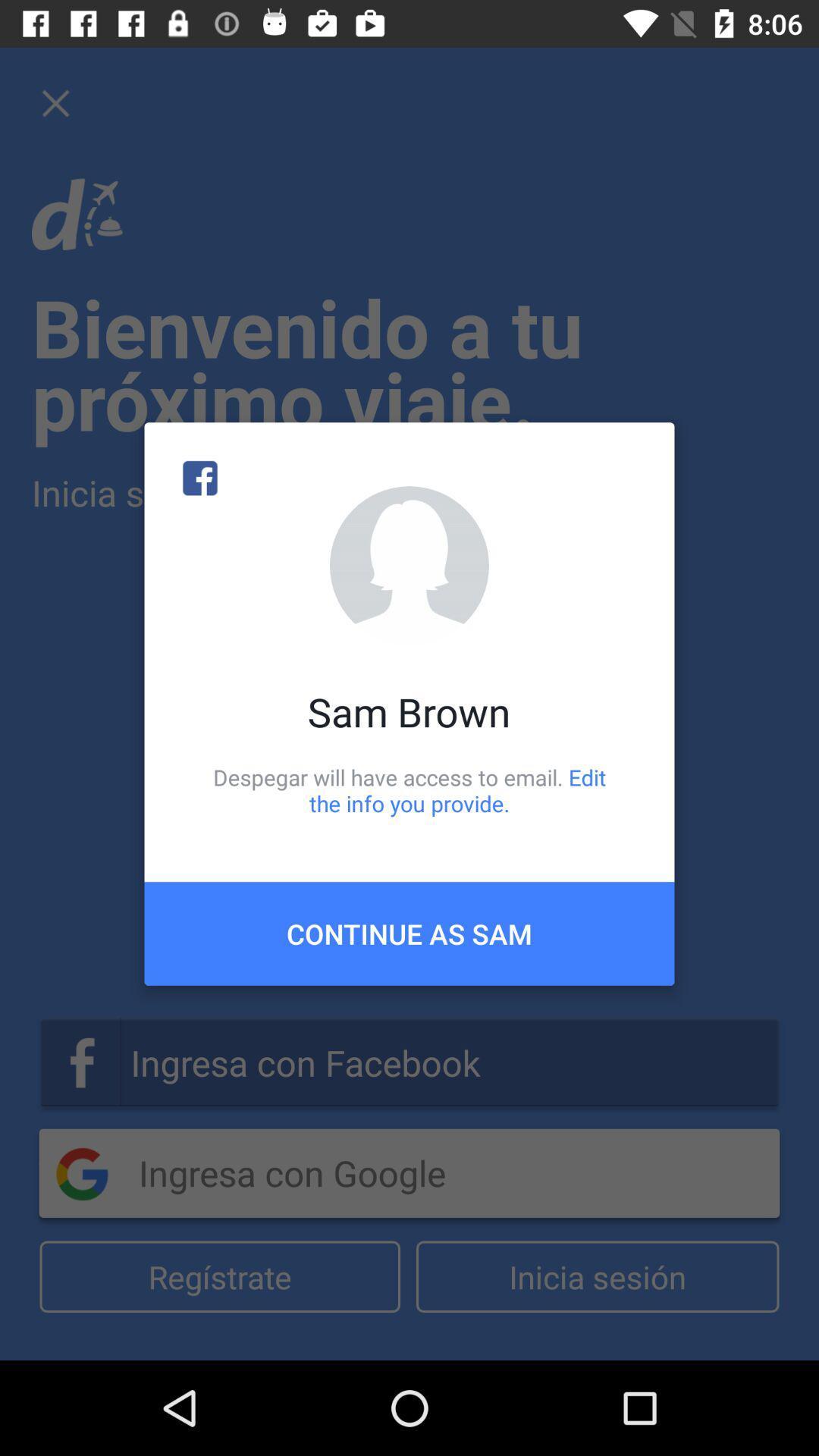  Describe the element at coordinates (409, 789) in the screenshot. I see `despegar will have icon` at that location.